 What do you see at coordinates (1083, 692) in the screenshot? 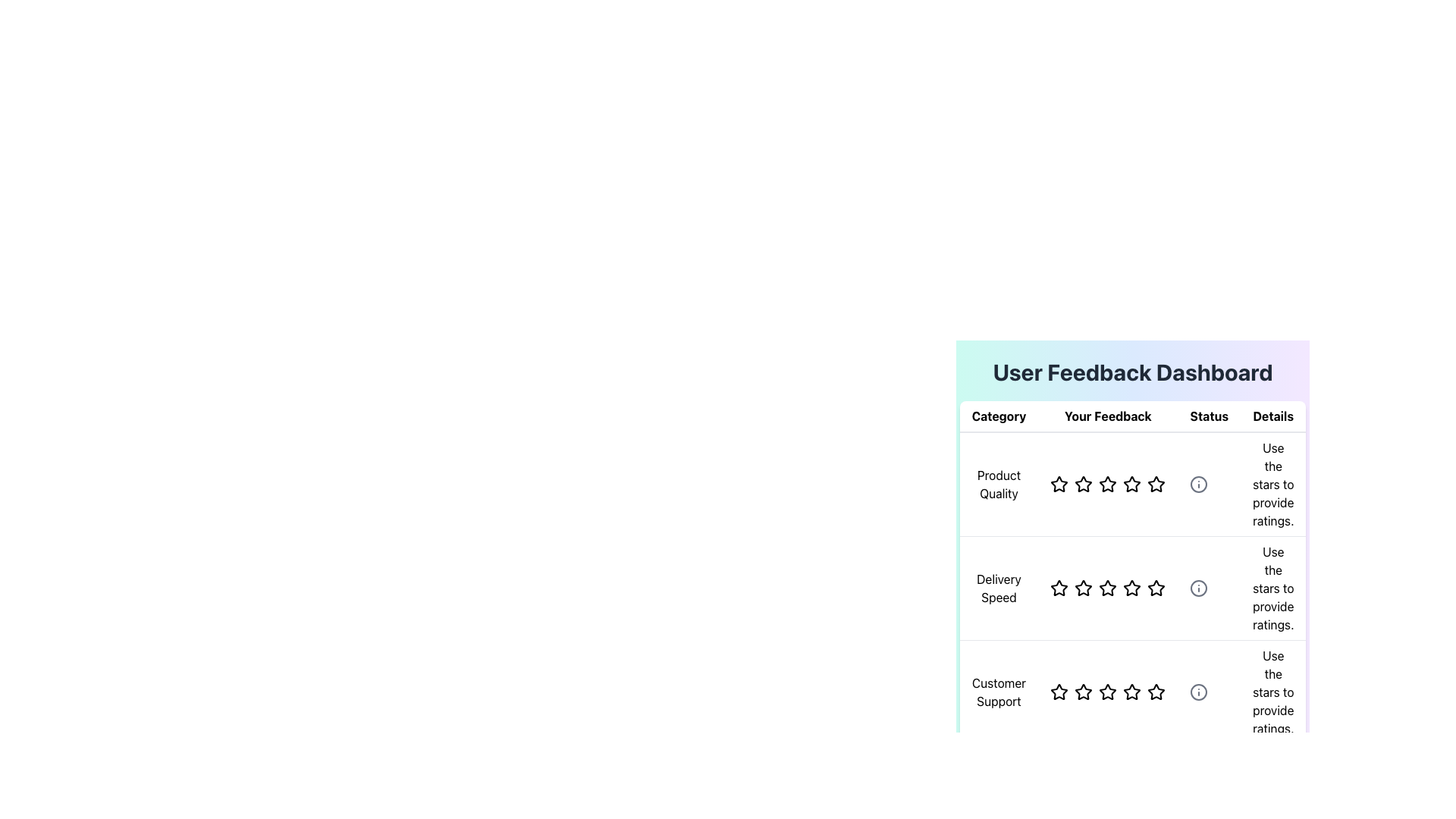
I see `the second rating star icon in the 'Customer Support' row of the feedback table` at bounding box center [1083, 692].